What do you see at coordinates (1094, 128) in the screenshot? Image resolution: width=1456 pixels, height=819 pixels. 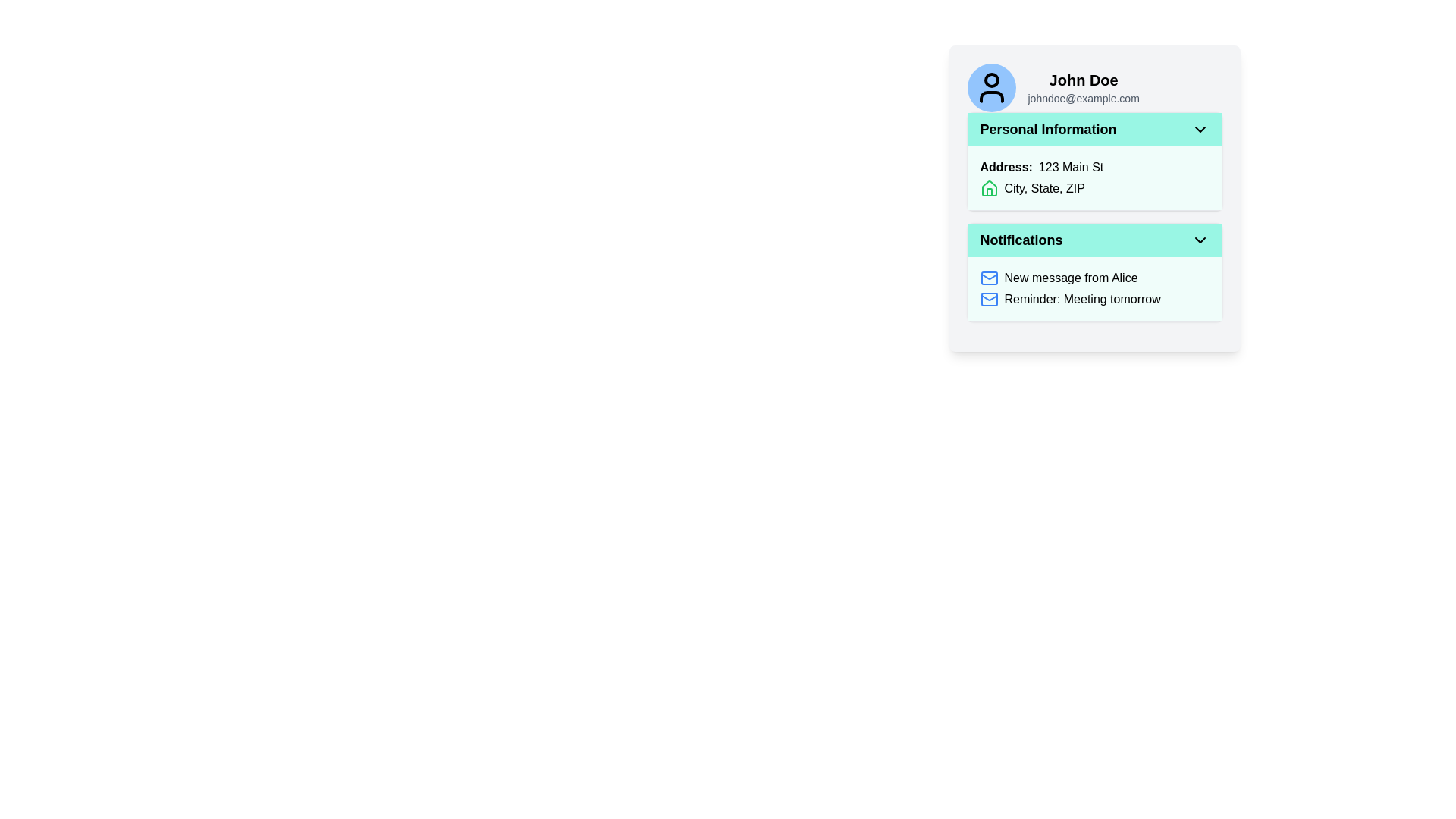 I see `the Collapsible Header labeled 'Personal Information' to activate hover effects` at bounding box center [1094, 128].